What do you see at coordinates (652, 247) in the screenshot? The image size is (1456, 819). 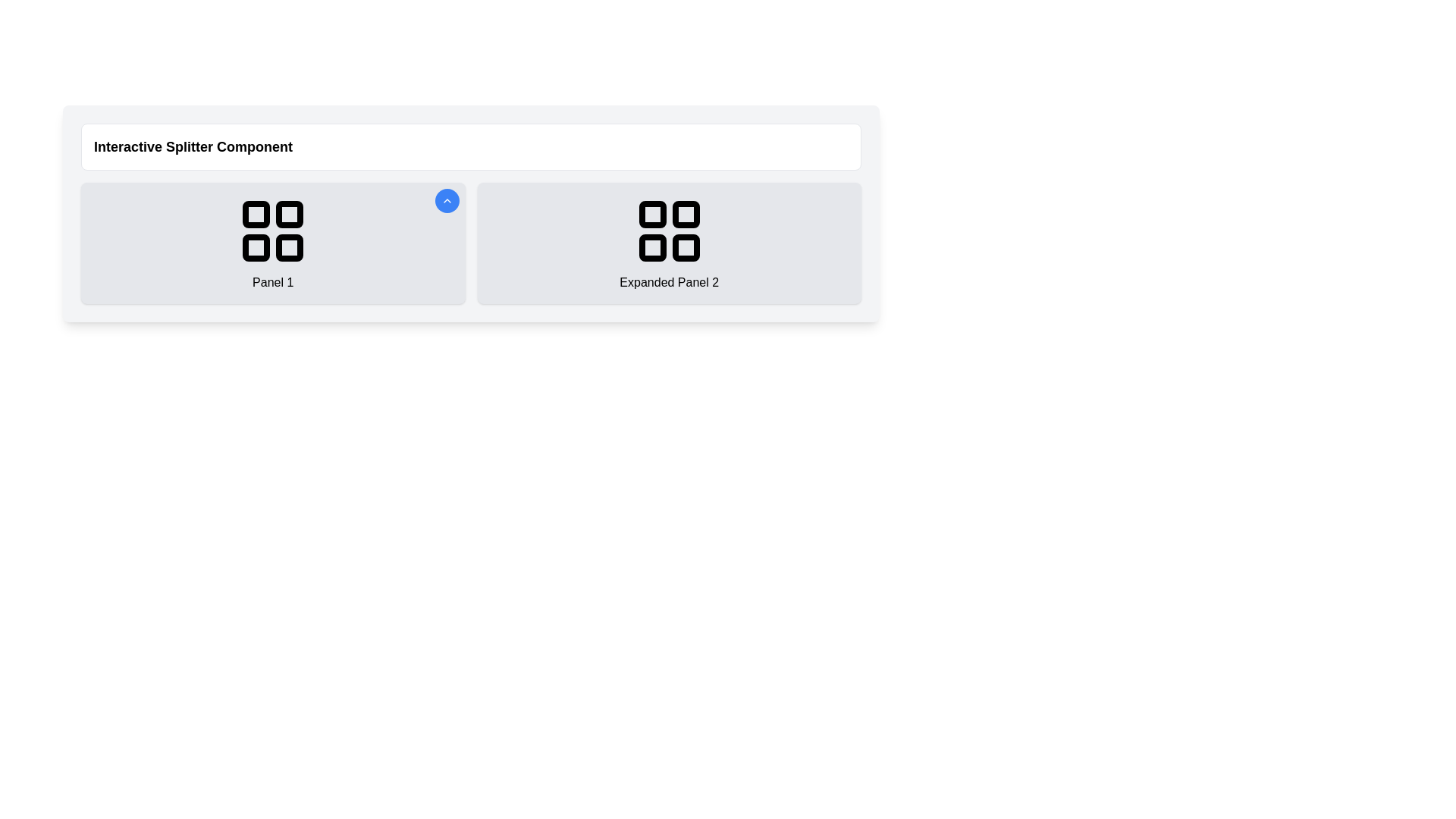 I see `the bottom-left icon in the 2x2 grid of the 'Expanded Panel 2' section, which visually represents a specific feature` at bounding box center [652, 247].